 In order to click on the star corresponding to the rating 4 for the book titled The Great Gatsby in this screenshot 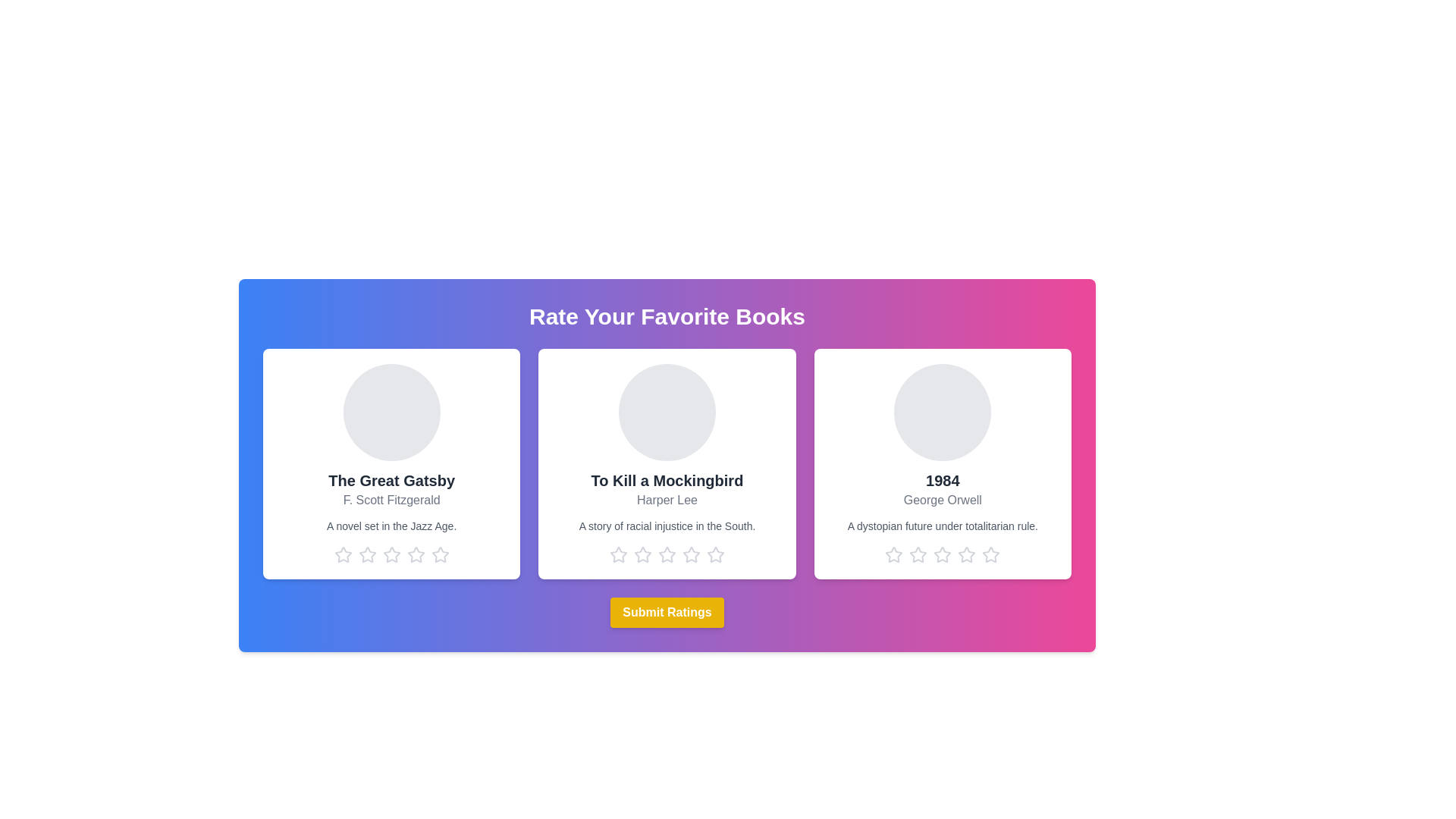, I will do `click(416, 555)`.